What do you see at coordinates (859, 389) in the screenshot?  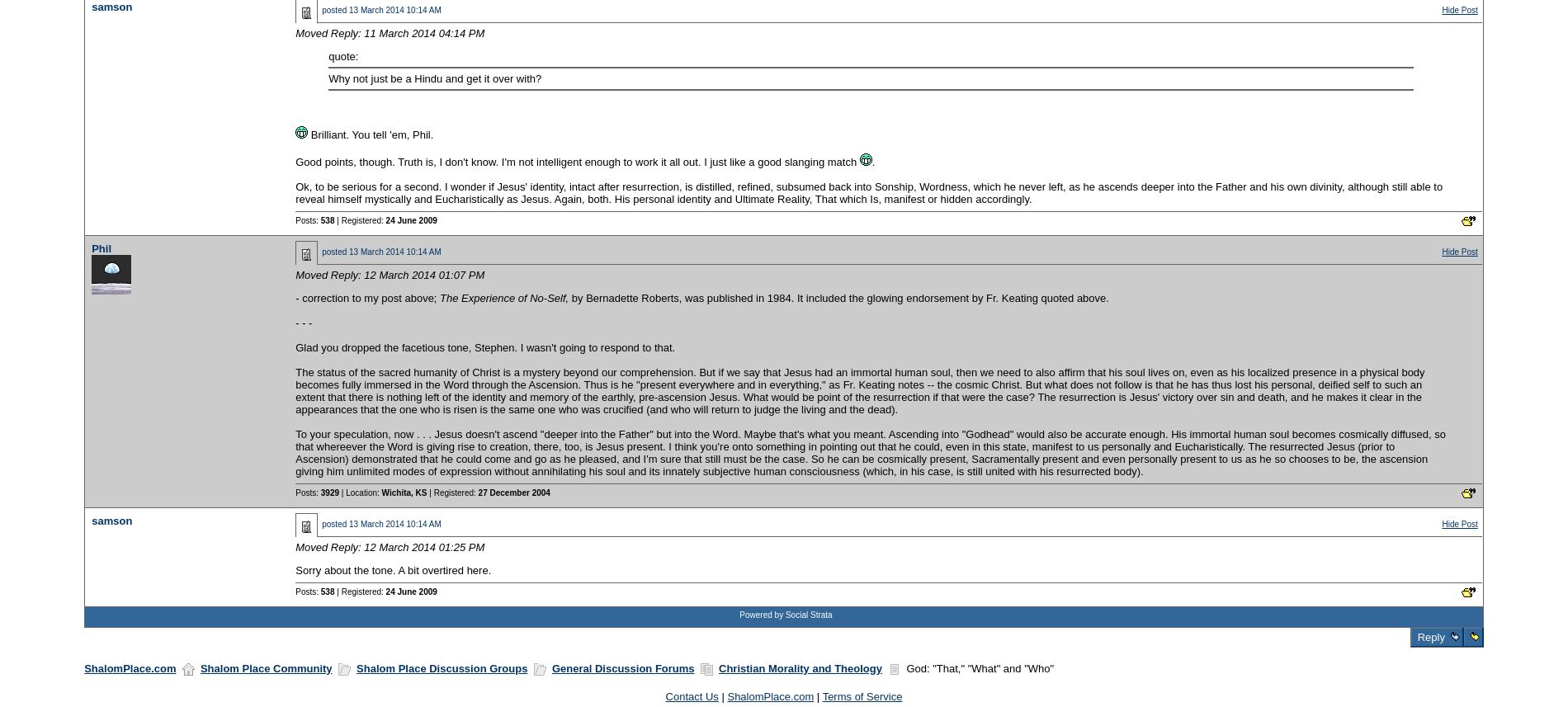 I see `'The status of the sacred humanity of Christ is a mystery beyond our comprehension. But if we say that Jesus had an immortal human soul, then we need to also affirm that his soul lives on, even as his localized presence in a physical body becomes fully immersed in the Word through the Ascension. Thus is he "present everywhere and in everything," as Fr. Keating notes -- the cosmic Christ. But what does not follow is that he has thus lost his personal, deified self to such an extent that there is nothing left of the identity and memory of the earthly, pre-ascension Jesus. What would be point of the resurrection if that were the case? The resurrection is Jesus' victory over sin and death, and he makes it clear in the appearances that the one who is risen is the same one who was crucified (and who will return to judge the living and the dead).'` at bounding box center [859, 389].